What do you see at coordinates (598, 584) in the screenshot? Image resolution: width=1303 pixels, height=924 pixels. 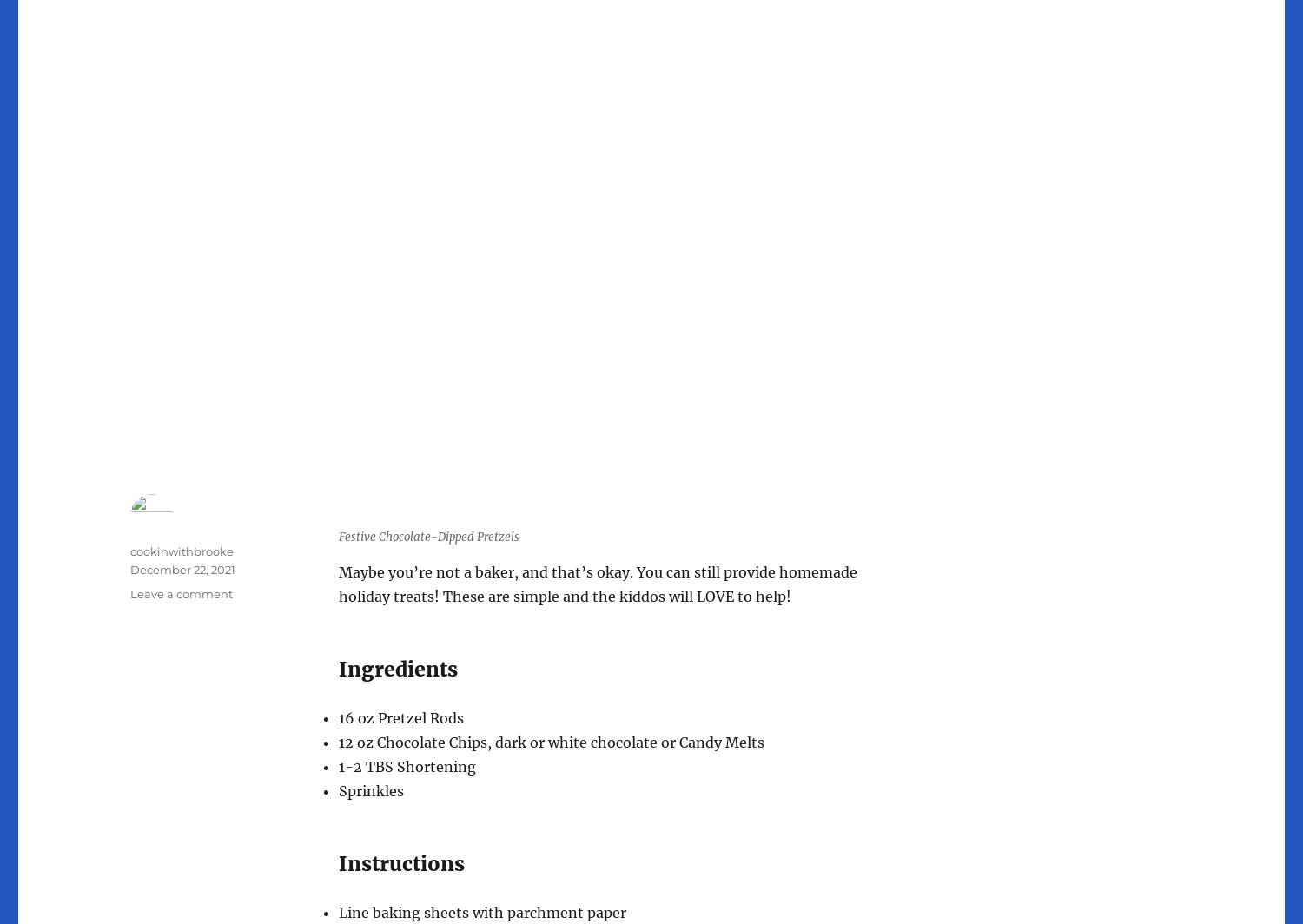 I see `'Maybe you’re not a baker, and that’s okay. You can still provide homemade holiday treats! These are simple and the kiddos will LOVE to help!'` at bounding box center [598, 584].